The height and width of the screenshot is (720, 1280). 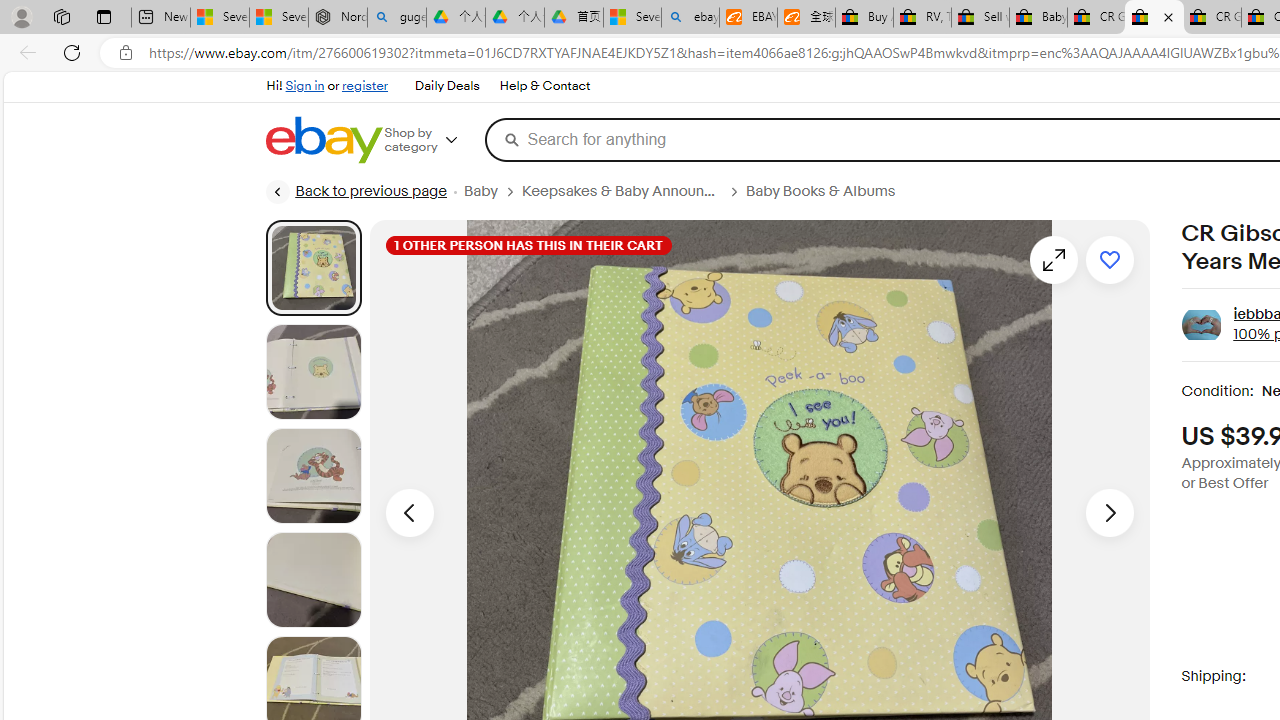 What do you see at coordinates (433, 139) in the screenshot?
I see `'Shop by category'` at bounding box center [433, 139].